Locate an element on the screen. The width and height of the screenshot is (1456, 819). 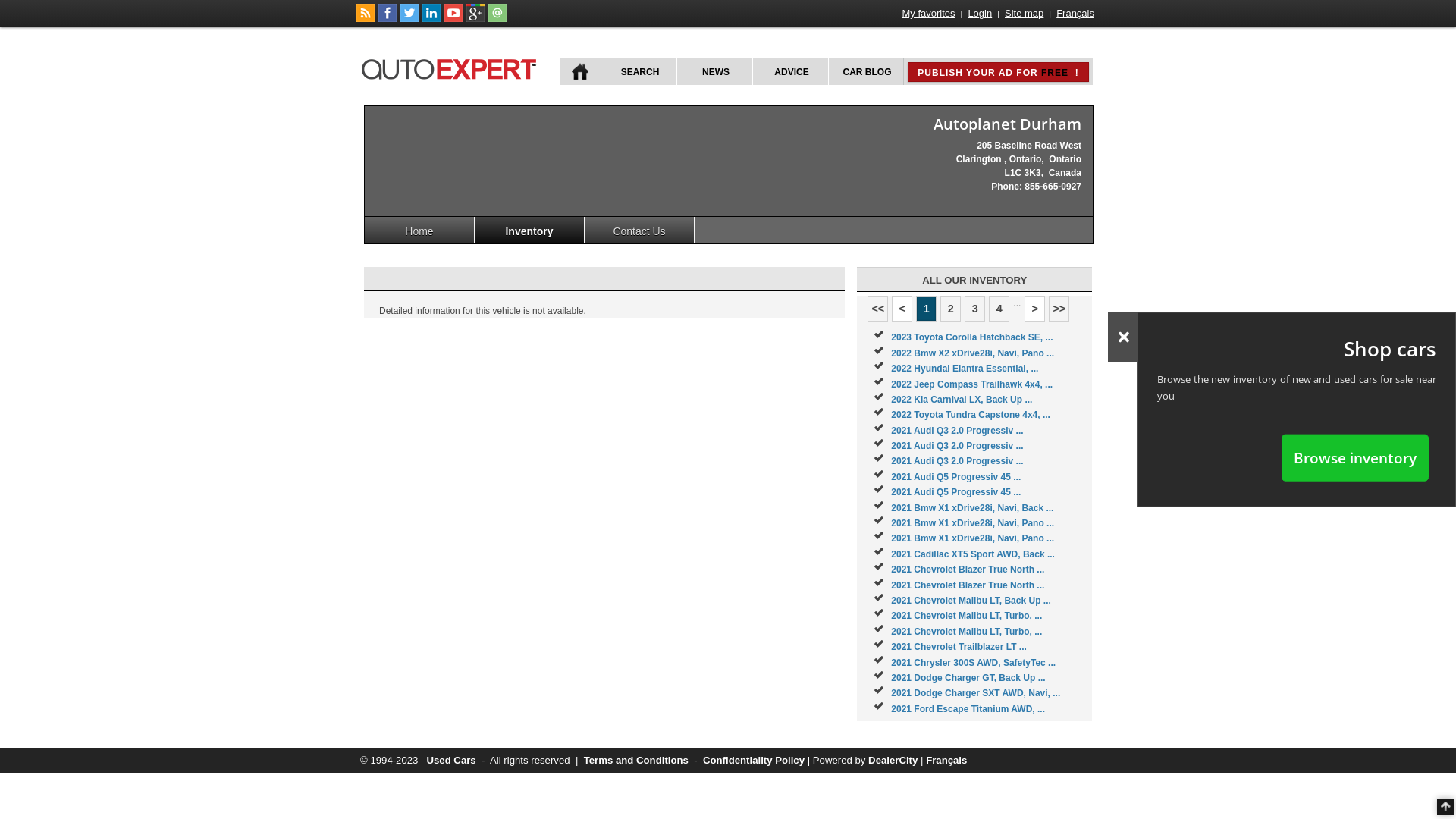
'Contact autoExpert.ca' is located at coordinates (497, 18).